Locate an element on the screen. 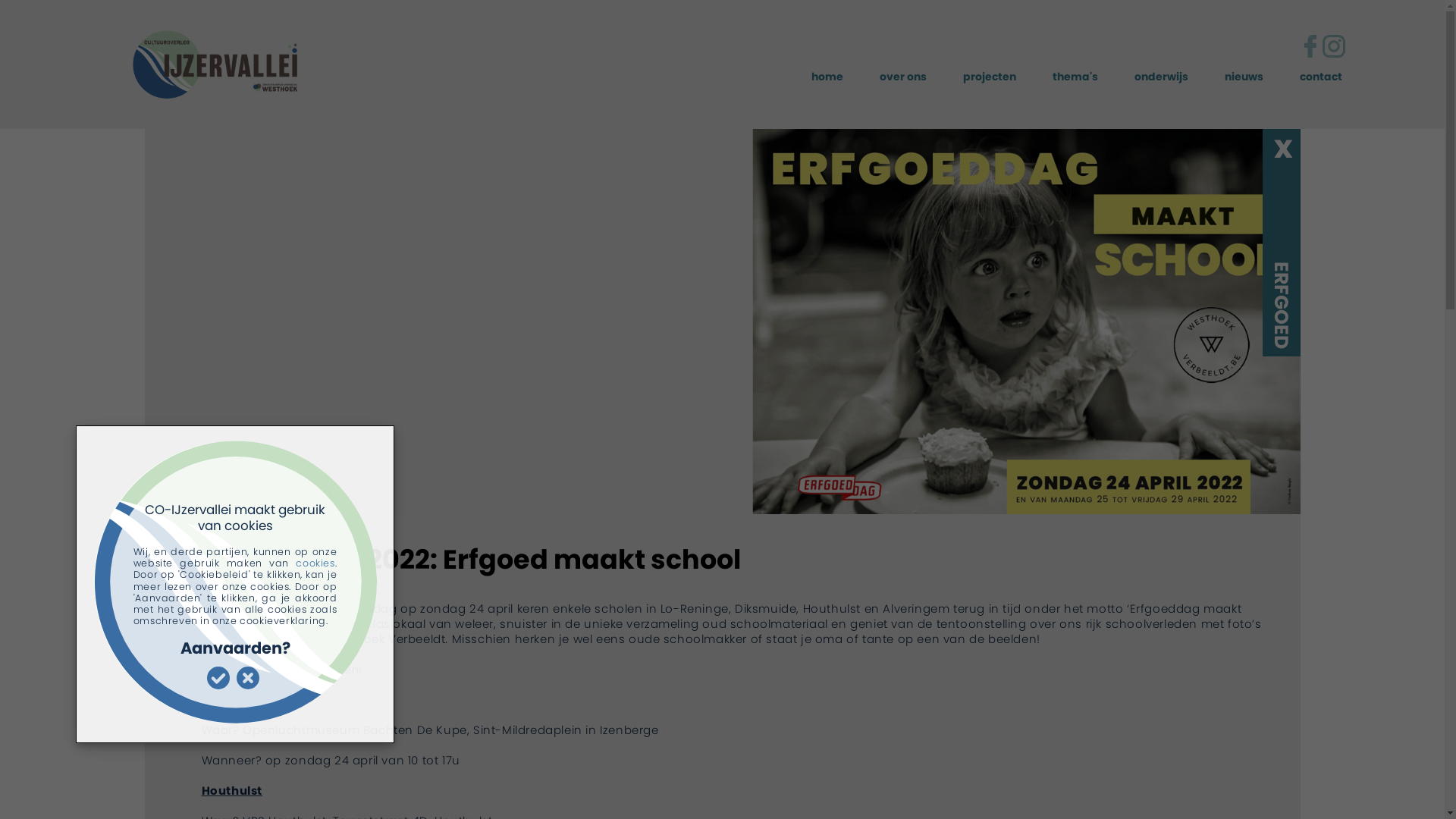 This screenshot has height=819, width=1456. 'projecten' is located at coordinates (962, 77).